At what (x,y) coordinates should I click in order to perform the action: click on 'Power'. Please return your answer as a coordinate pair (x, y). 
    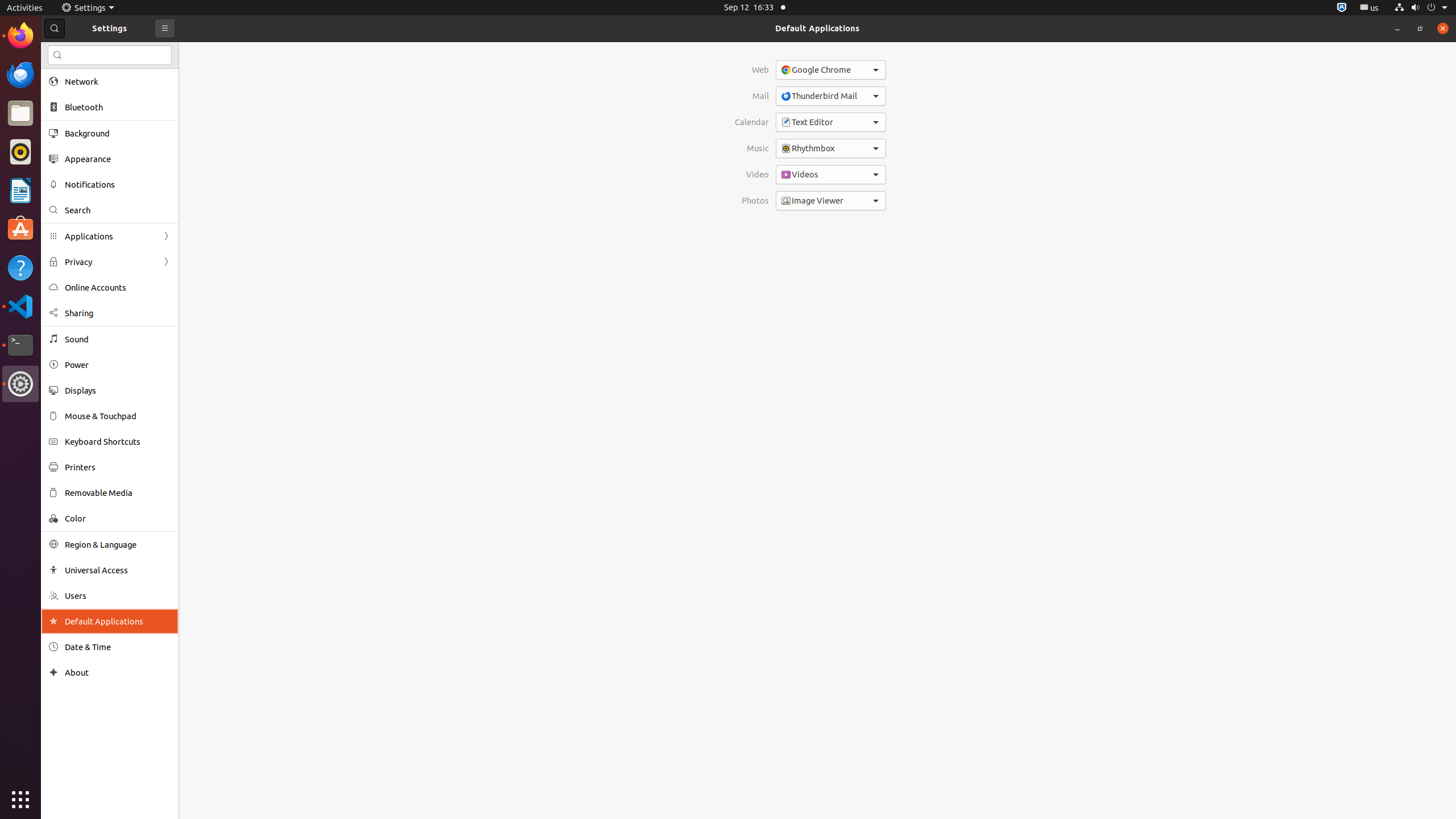
    Looking at the image, I should click on (118, 364).